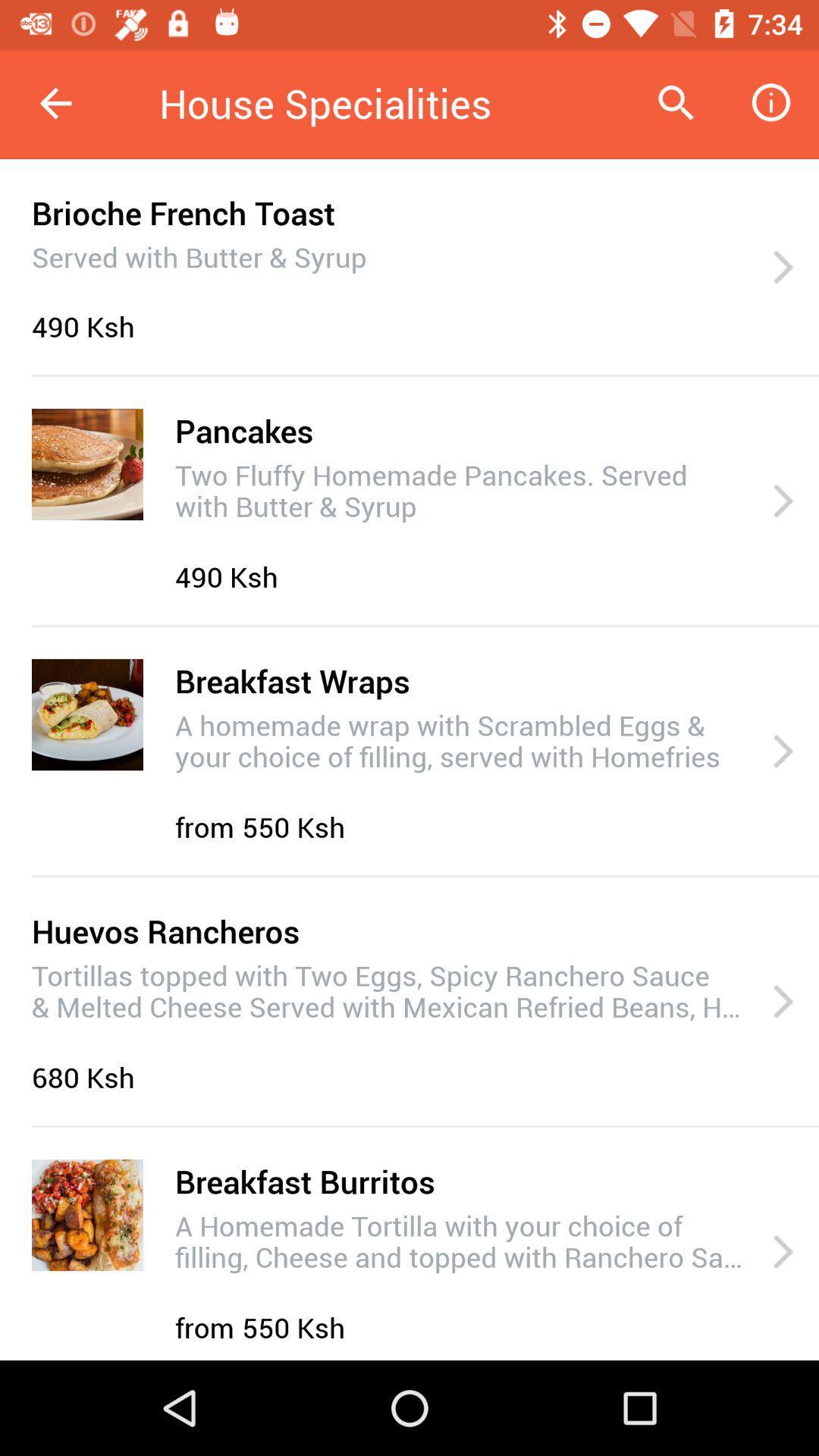  What do you see at coordinates (783, 501) in the screenshot?
I see `item next to two fluffy homemade item` at bounding box center [783, 501].